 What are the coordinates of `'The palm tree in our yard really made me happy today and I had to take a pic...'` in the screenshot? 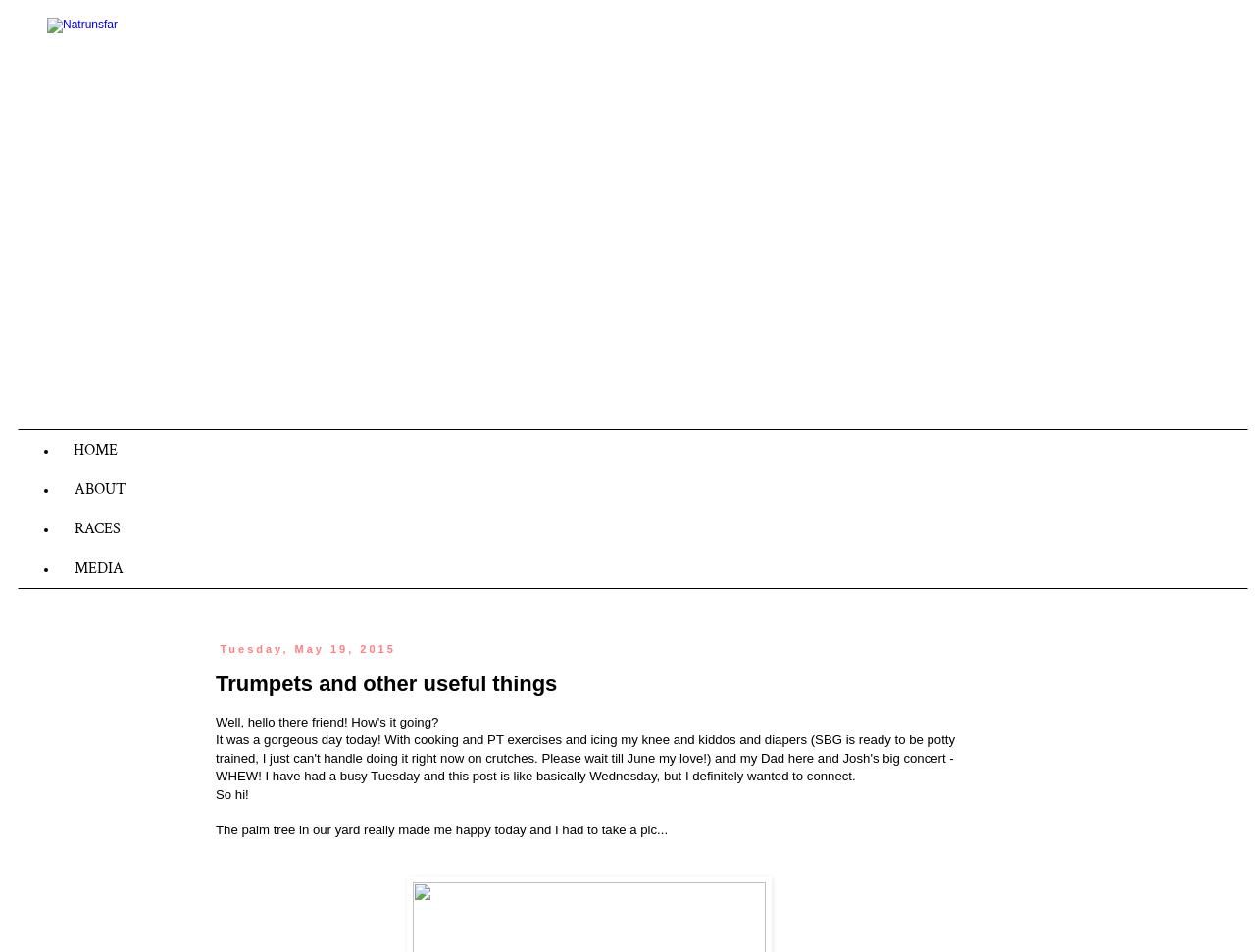 It's located at (440, 828).